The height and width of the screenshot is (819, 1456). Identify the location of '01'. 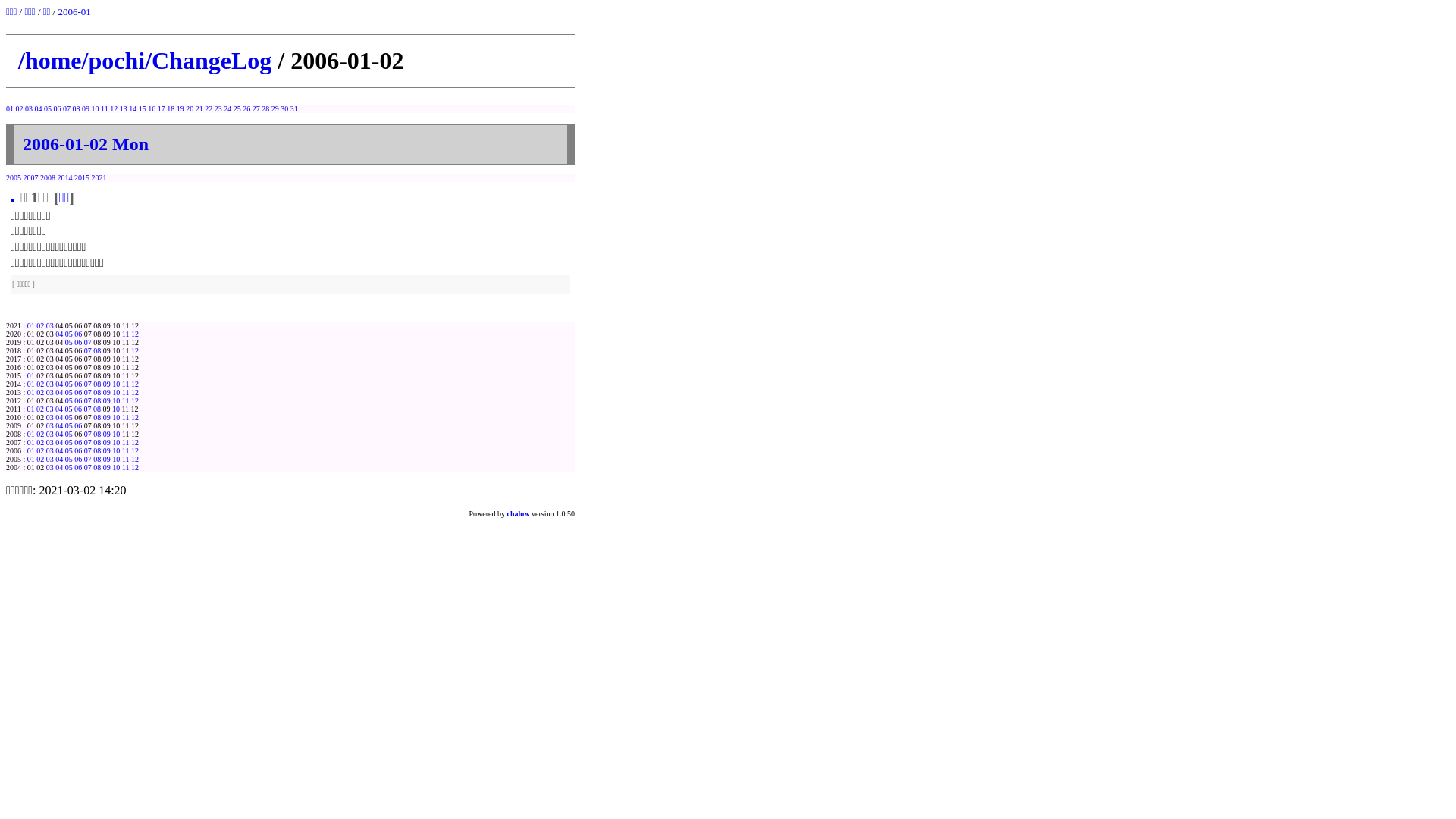
(30, 408).